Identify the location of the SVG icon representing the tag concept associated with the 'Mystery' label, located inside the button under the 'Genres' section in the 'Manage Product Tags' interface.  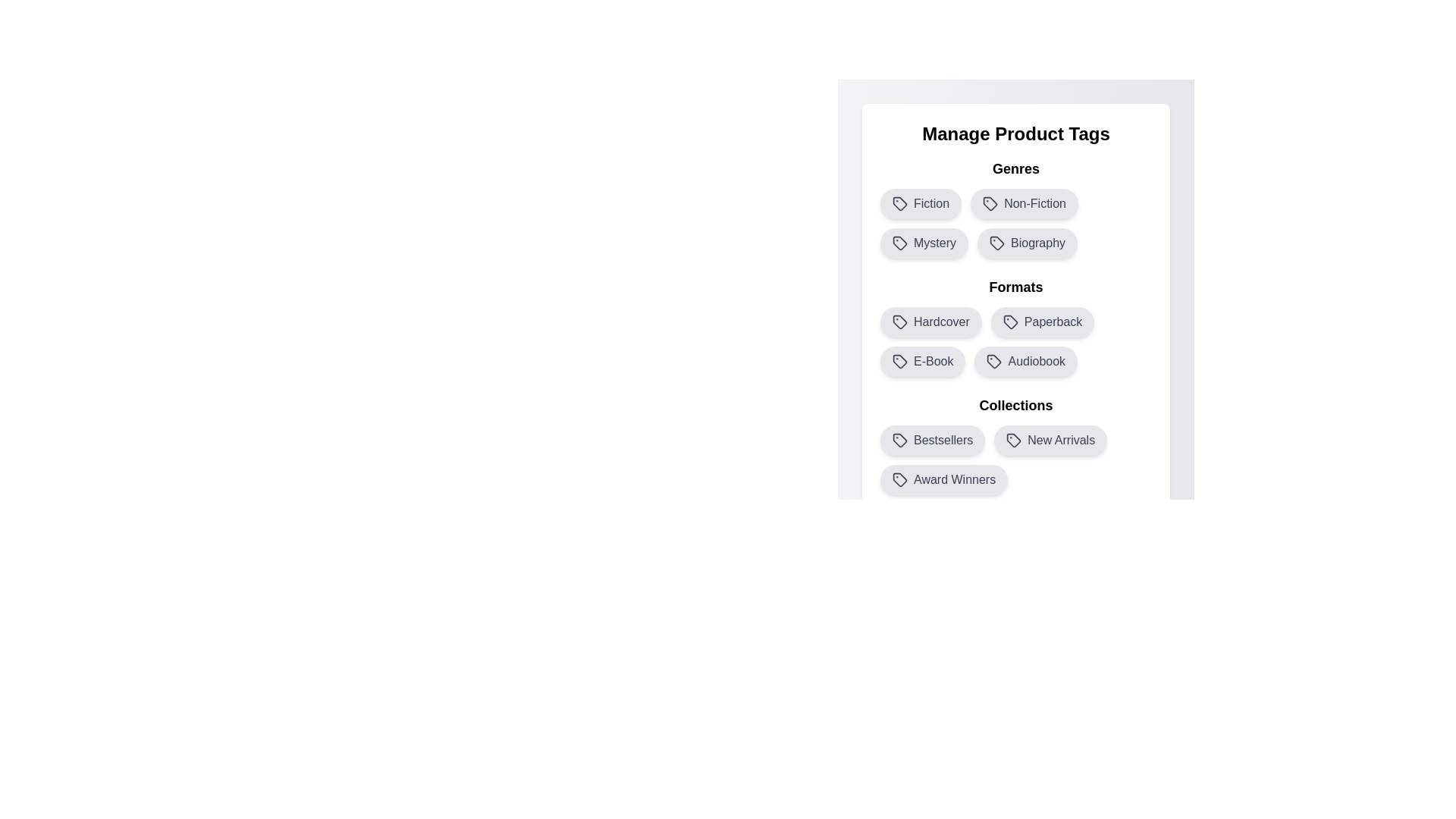
(899, 242).